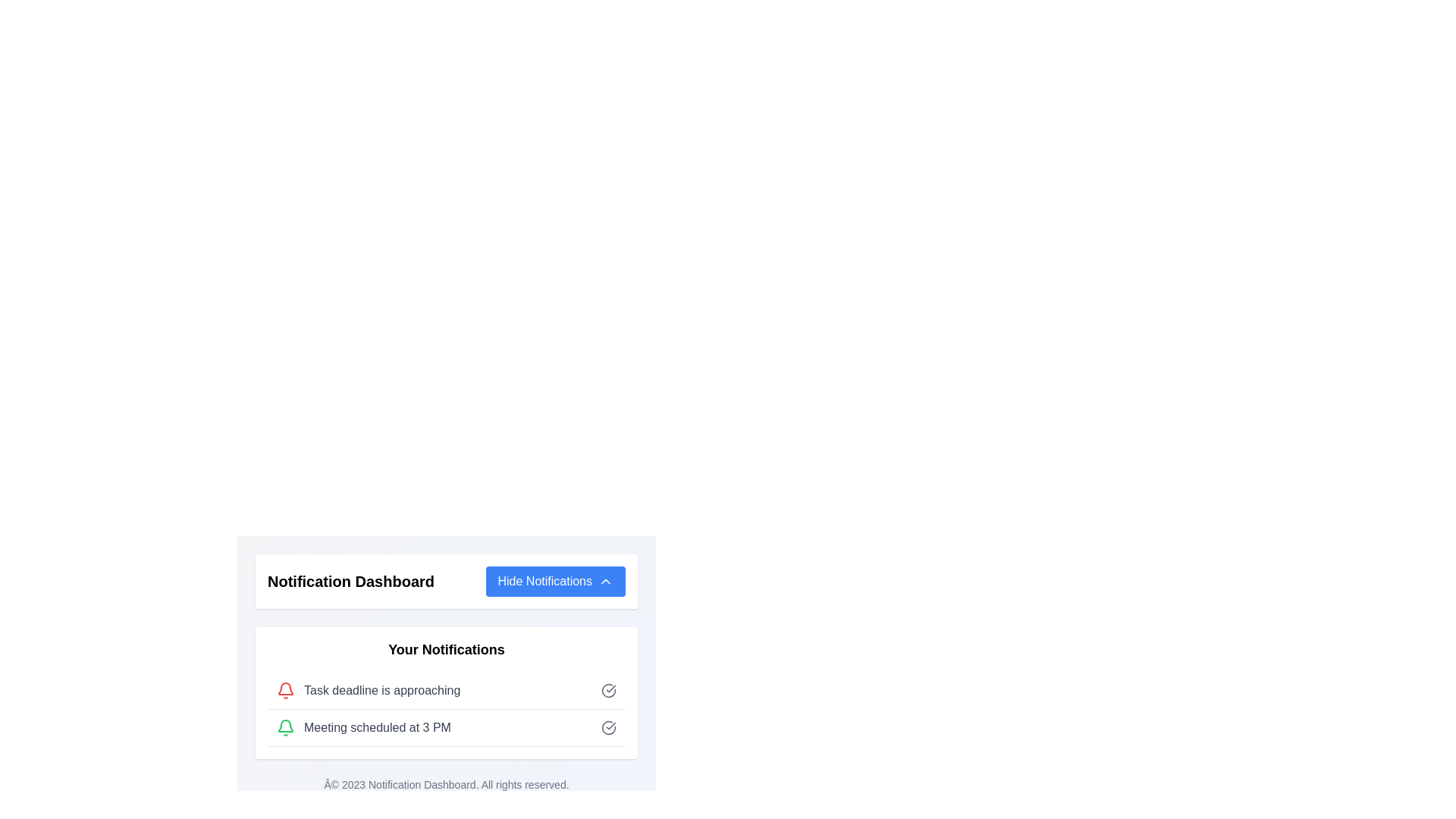  What do you see at coordinates (604, 581) in the screenshot?
I see `the icon on the blue rectangular button labeled 'Hide Notifications' located in the top-right corner of the notification dashboard header` at bounding box center [604, 581].